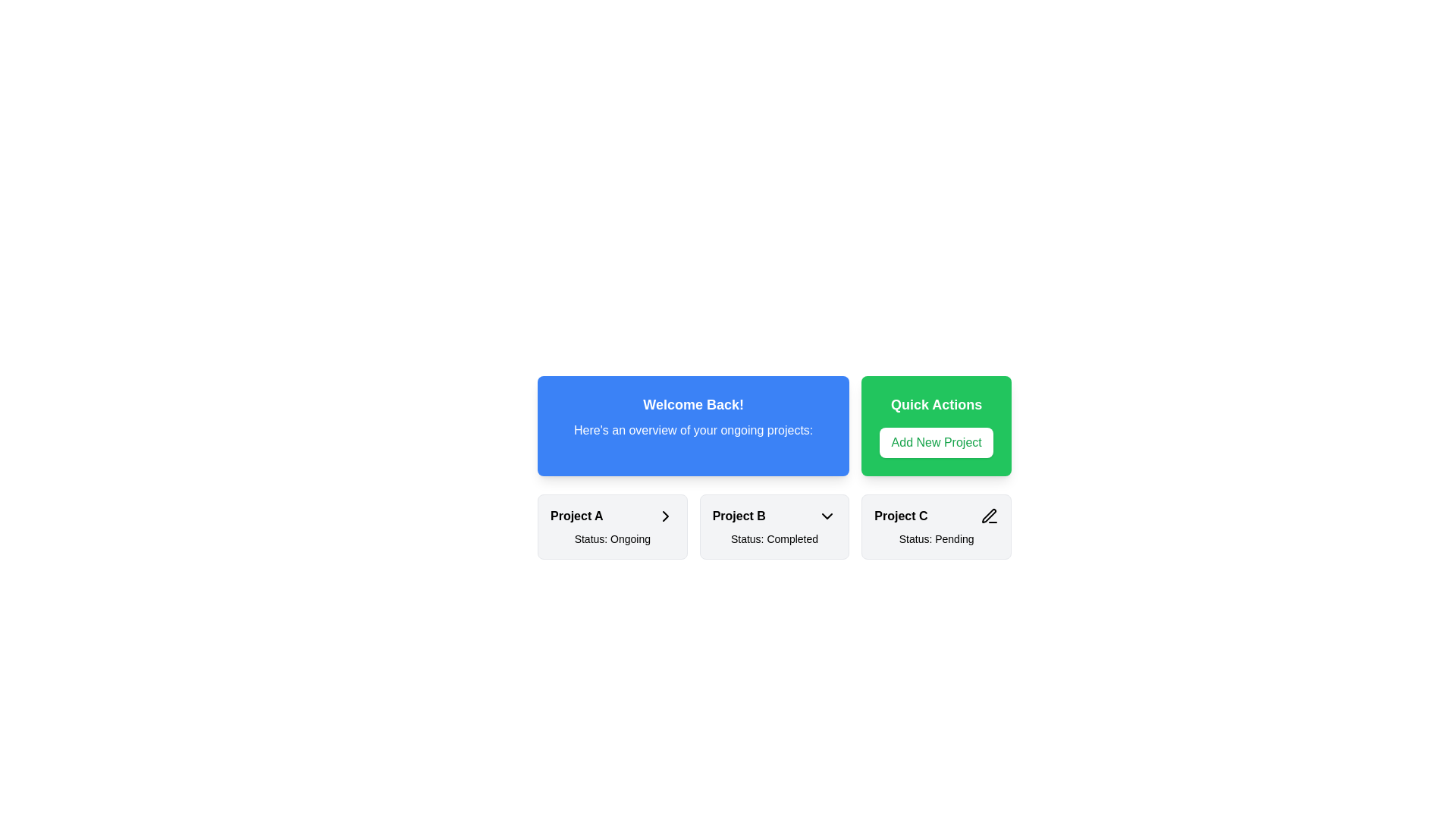  I want to click on the edit icon located at the top-right corner of the 'Project C' card, so click(990, 516).